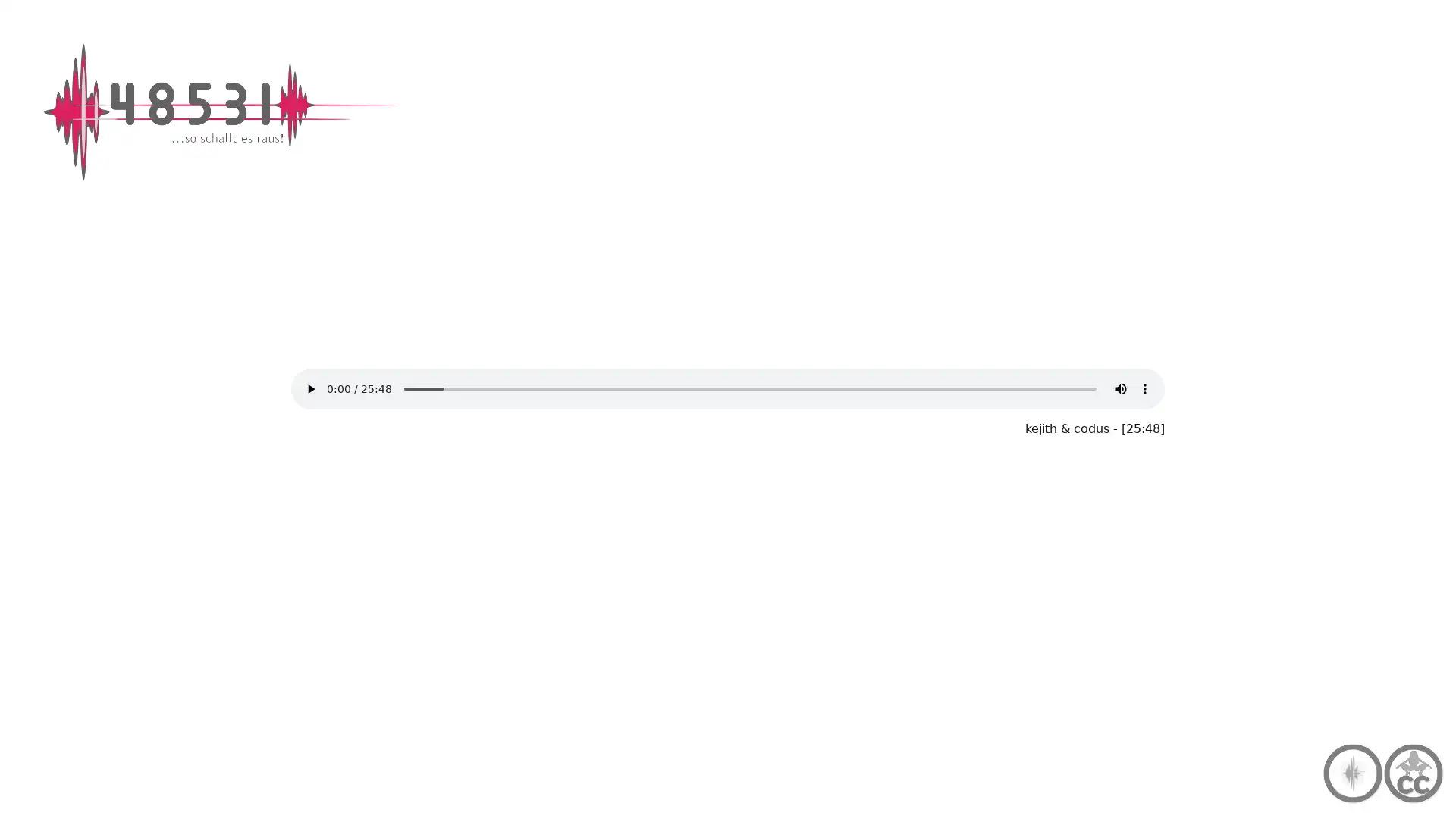 The image size is (1456, 819). Describe the element at coordinates (1145, 388) in the screenshot. I see `show more media controls` at that location.